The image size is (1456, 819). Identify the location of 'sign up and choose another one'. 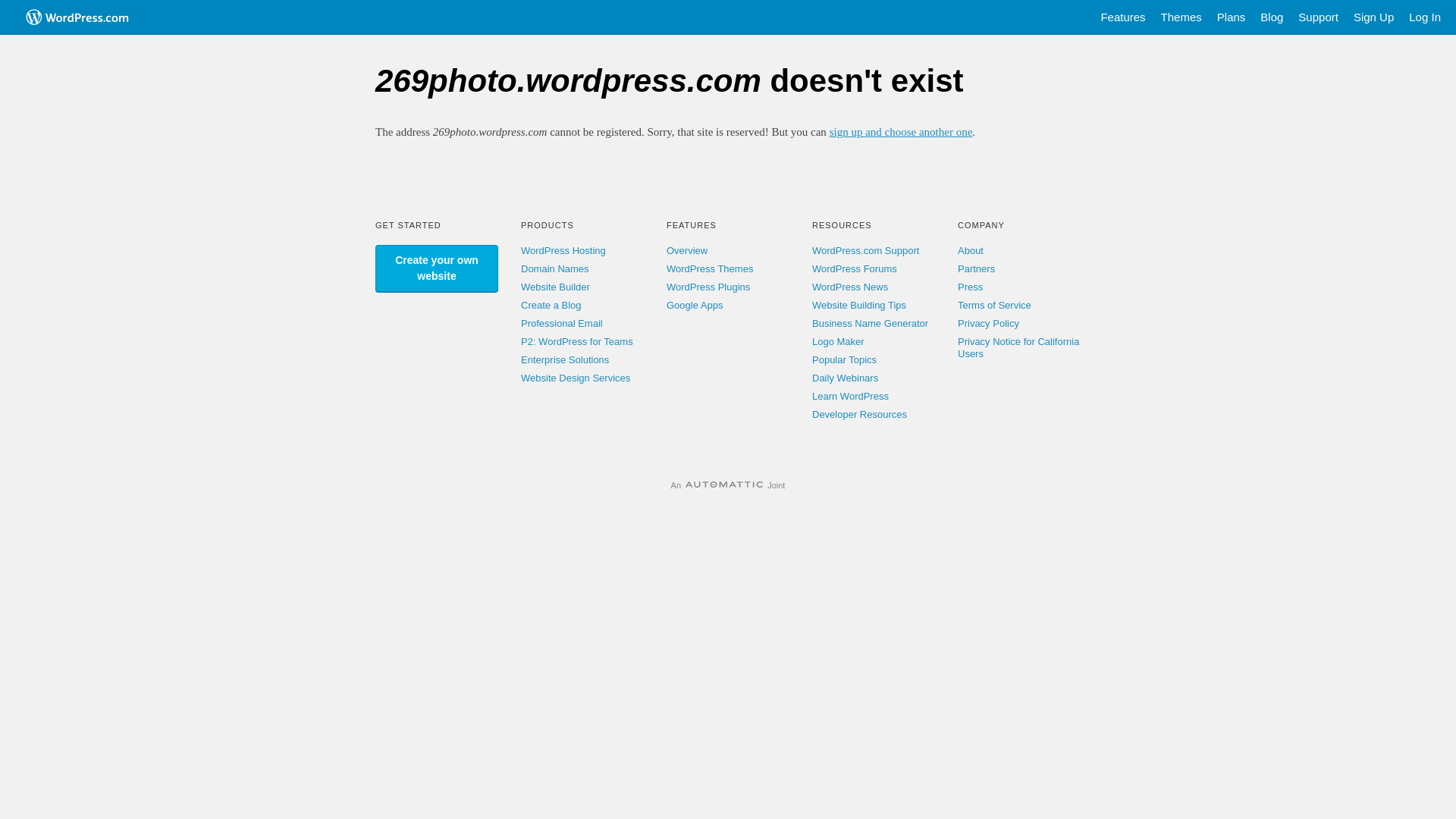
(829, 130).